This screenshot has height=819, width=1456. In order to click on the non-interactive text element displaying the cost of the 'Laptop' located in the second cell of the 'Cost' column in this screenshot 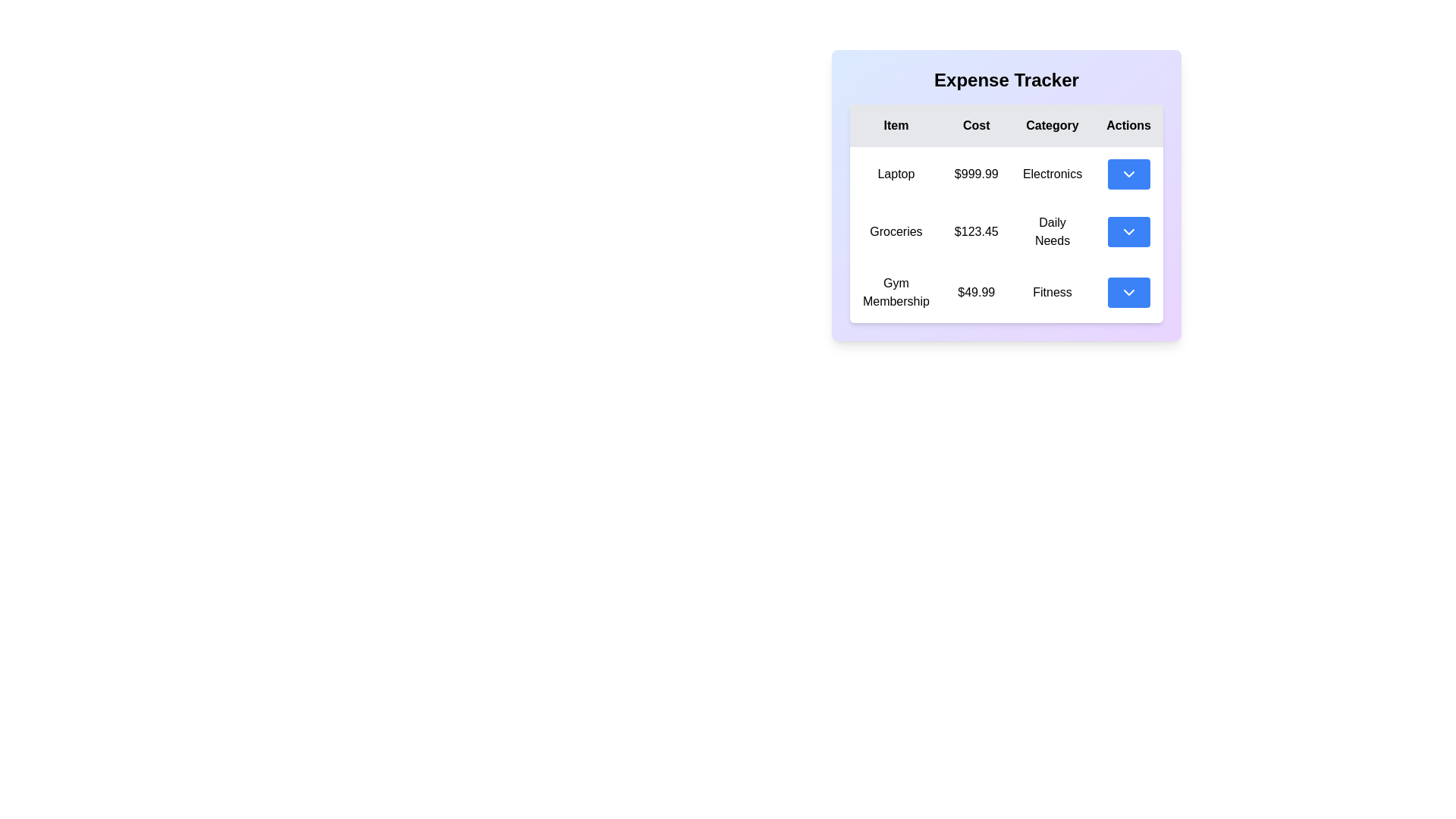, I will do `click(976, 174)`.